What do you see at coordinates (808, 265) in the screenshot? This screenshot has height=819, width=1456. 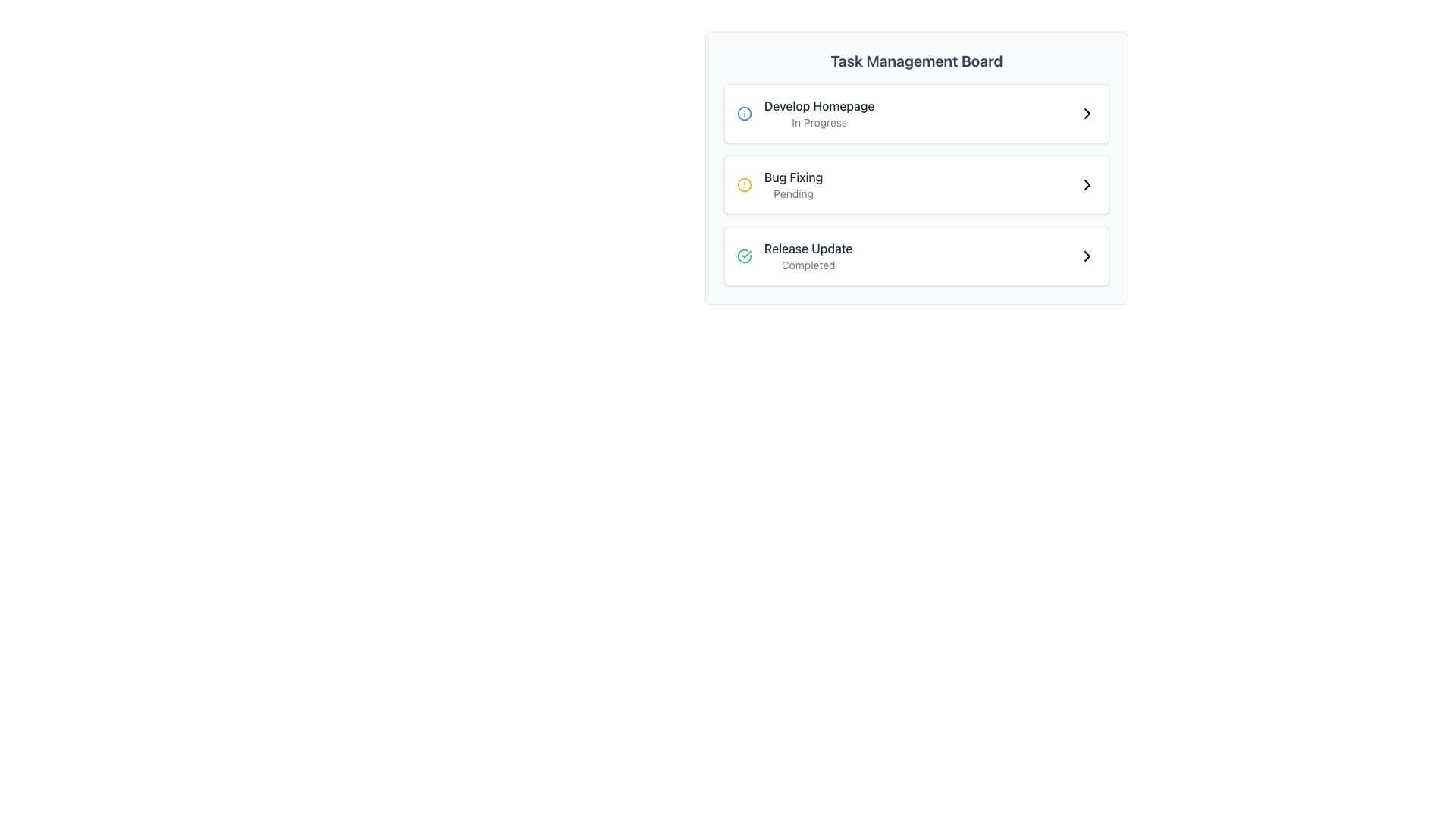 I see `the text label displaying the word 'Completed' in gray font, located below 'Release Update' in the bottom-right task card` at bounding box center [808, 265].